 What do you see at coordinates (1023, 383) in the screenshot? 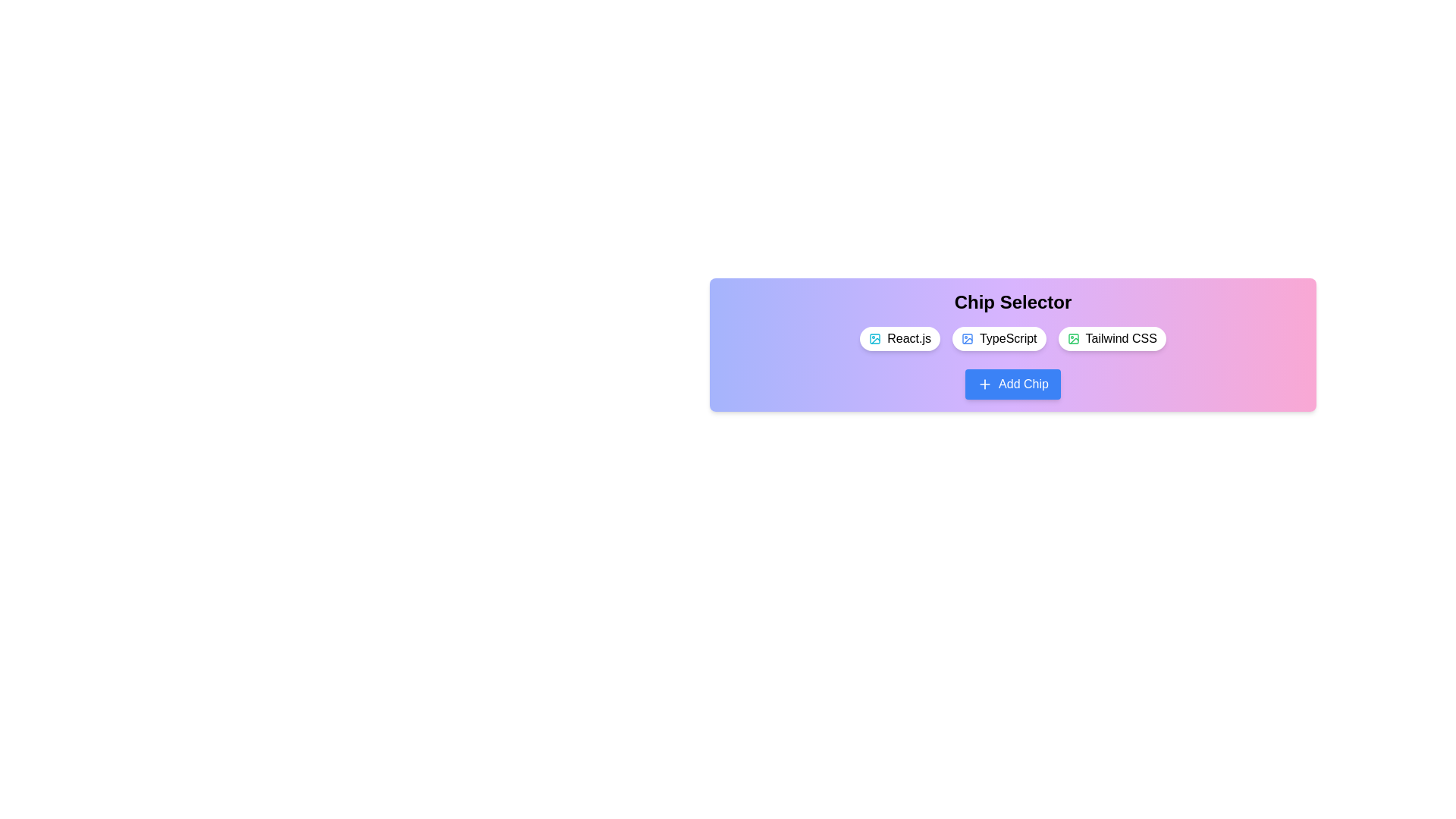
I see `the text label 'Add Chip' within the blue button, which is located near the bottom center of the gradient panel` at bounding box center [1023, 383].